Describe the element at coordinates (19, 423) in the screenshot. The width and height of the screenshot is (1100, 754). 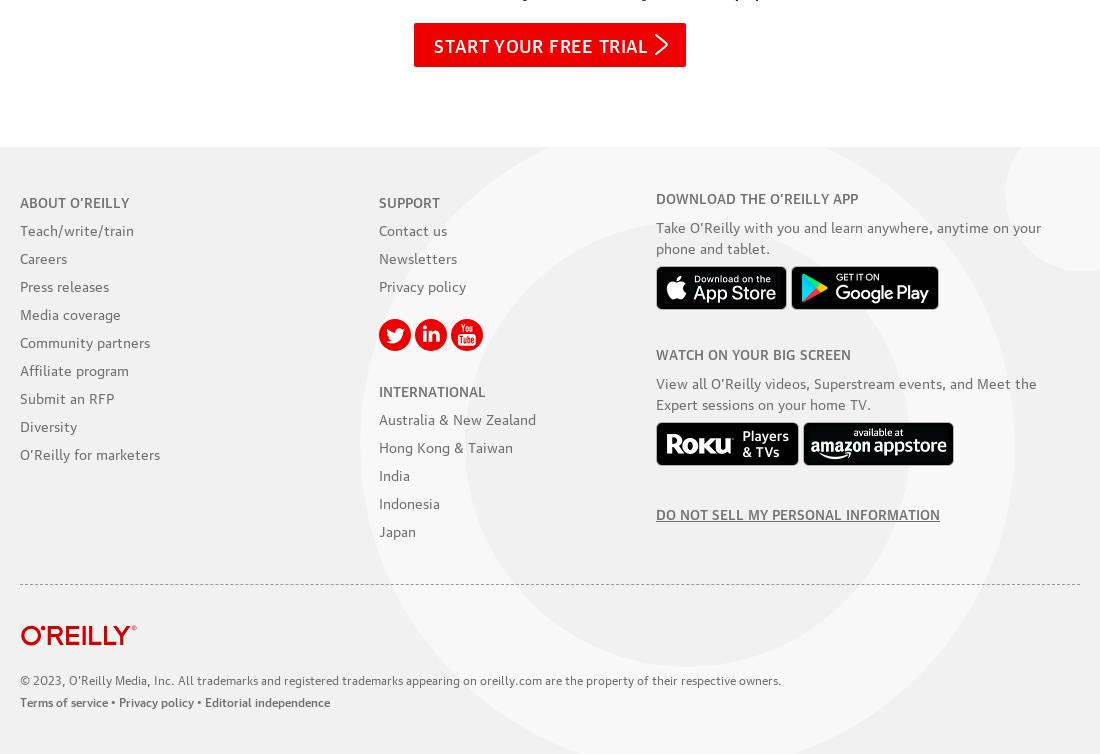
I see `'Diversity'` at that location.